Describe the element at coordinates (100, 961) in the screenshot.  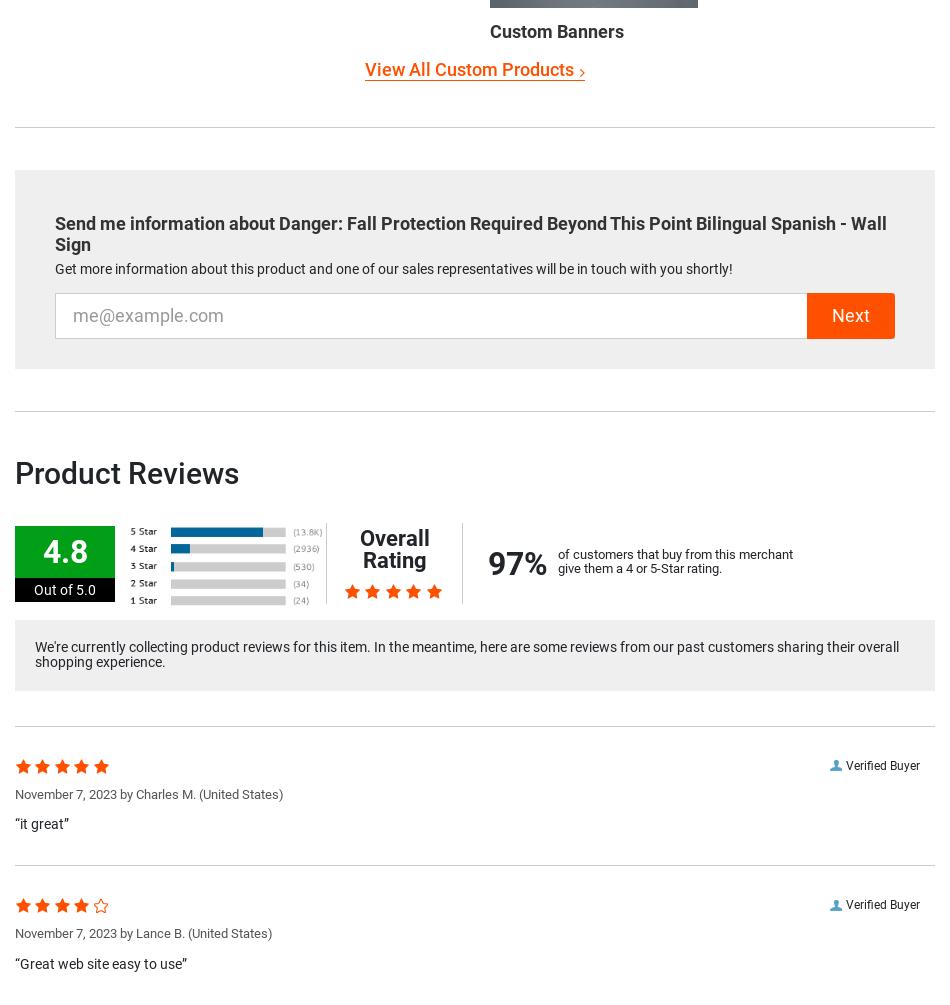
I see `'“Great web site easy to use”'` at that location.